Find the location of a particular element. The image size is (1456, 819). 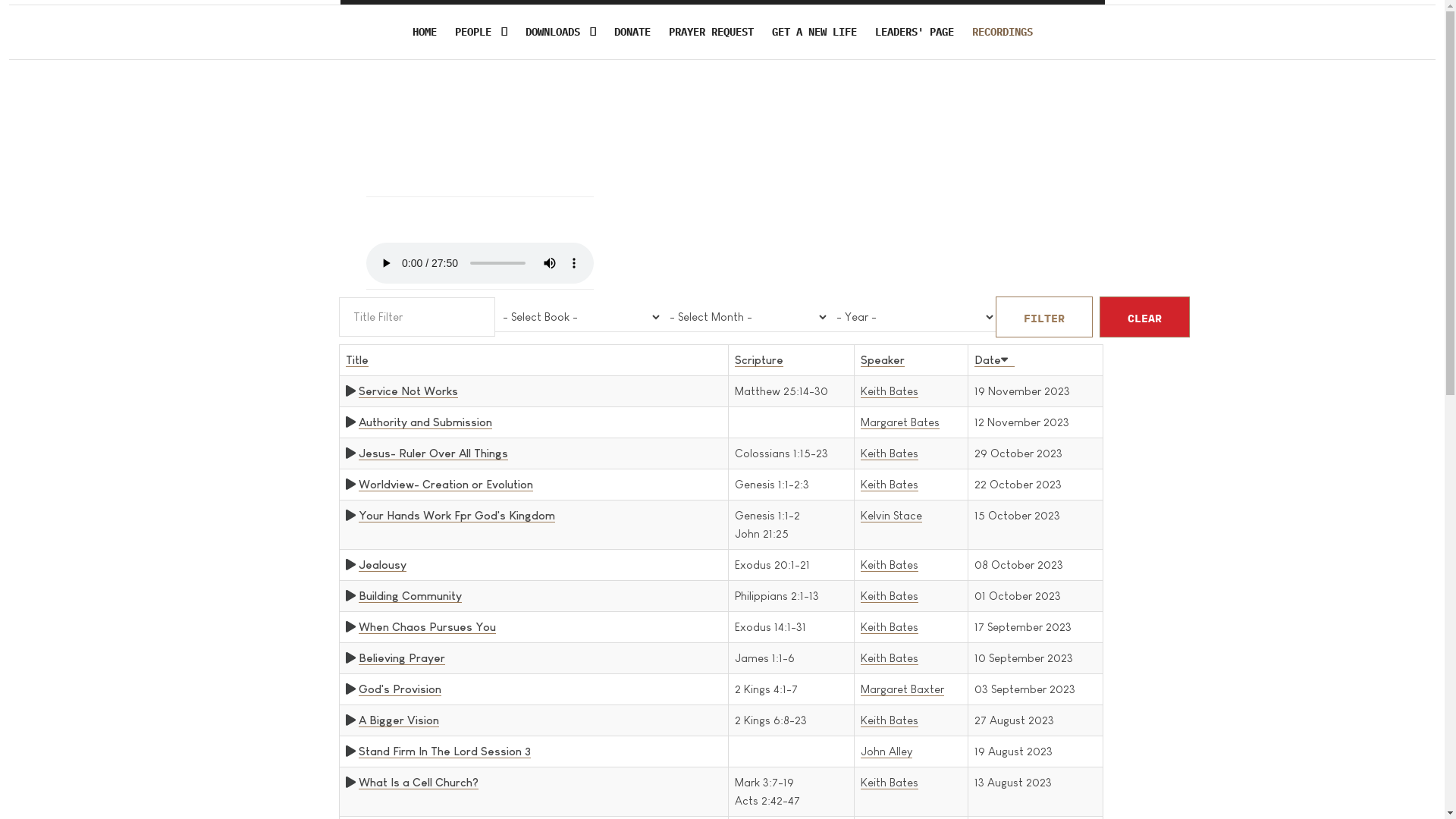

'Margaret Bates' is located at coordinates (899, 422).